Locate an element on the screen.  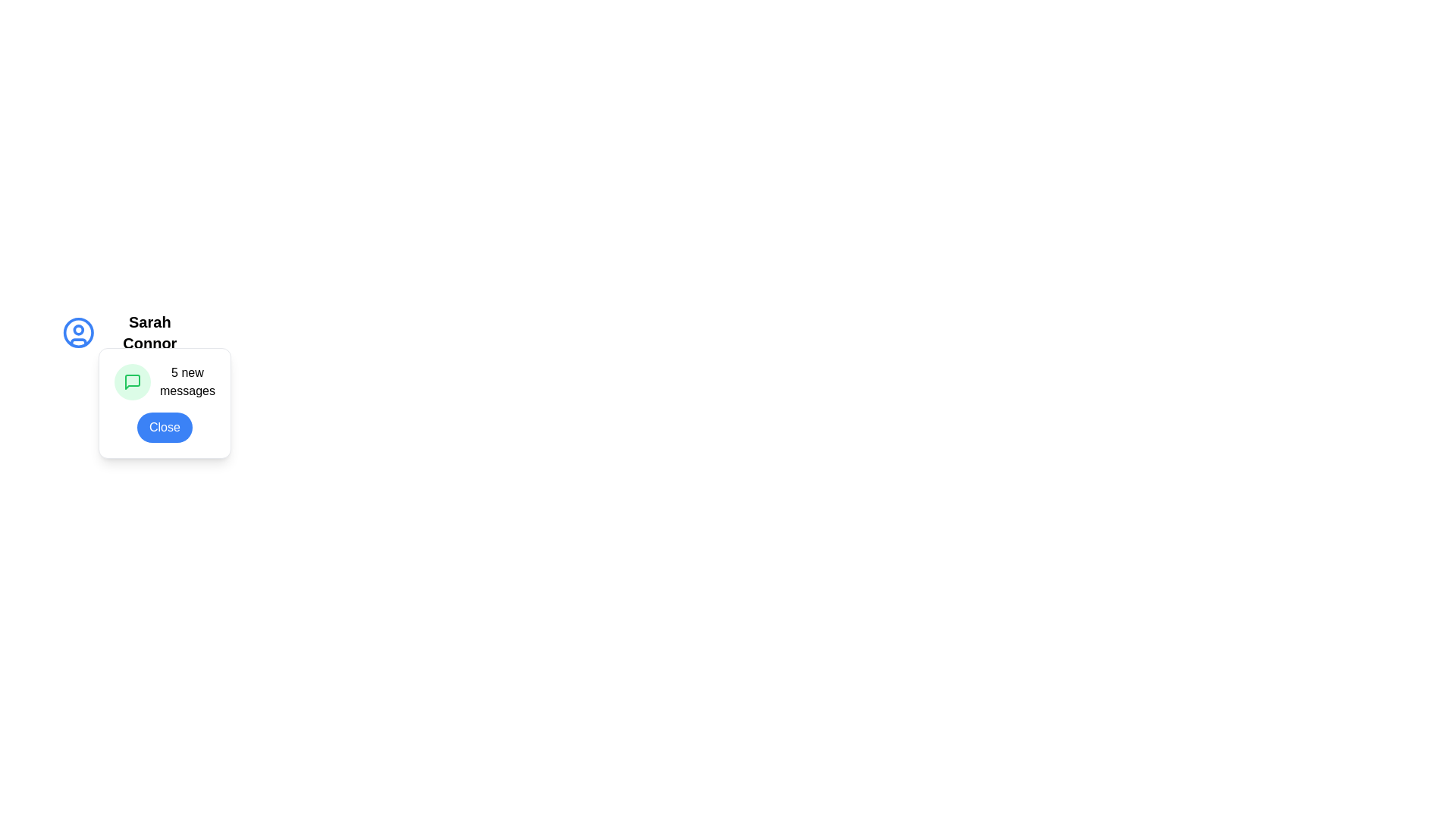
the Notification indicator which shows '5 new messages' within a green circle, located near the center-left of the interface, above the blue 'Close' button is located at coordinates (165, 381).